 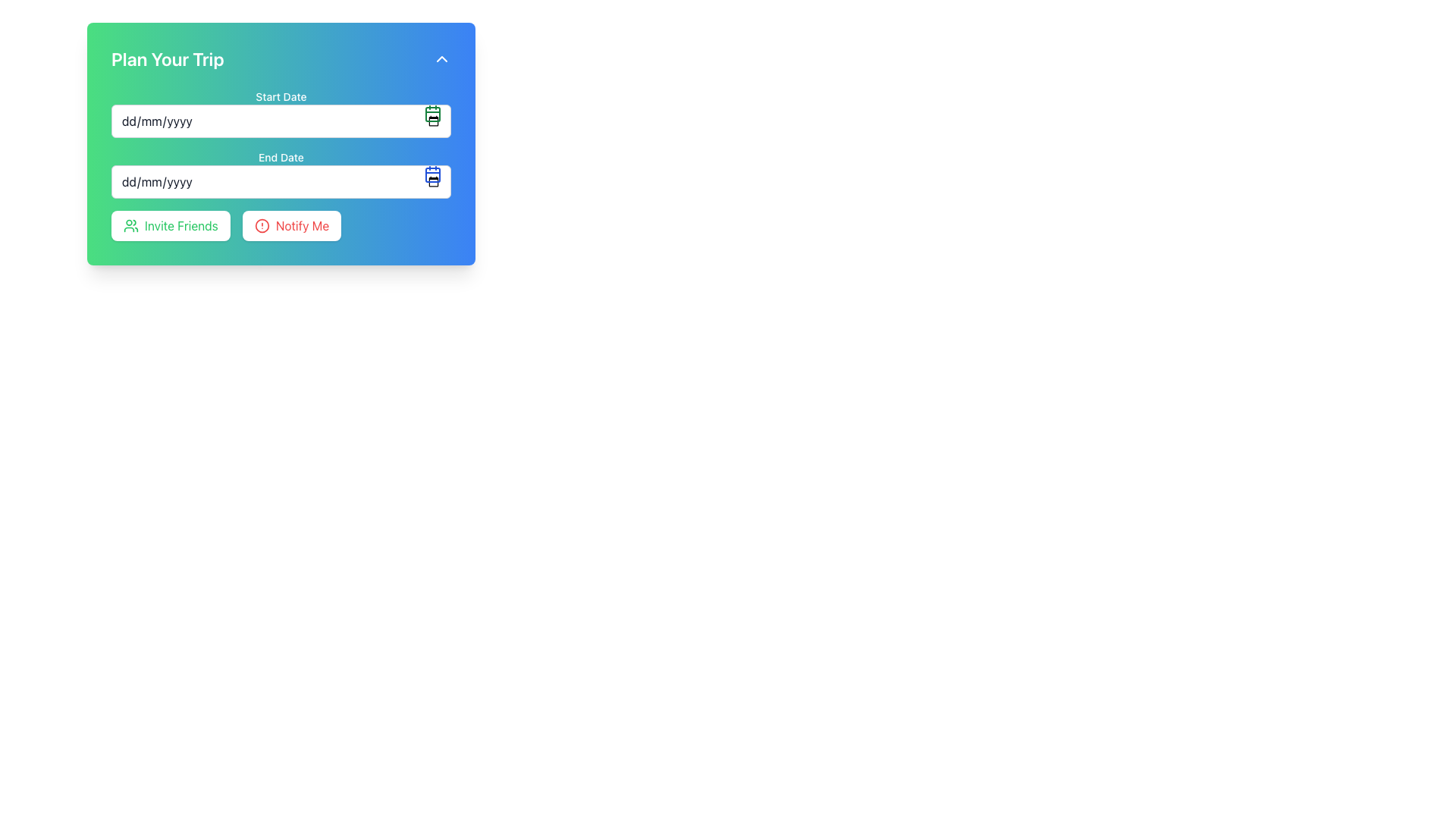 I want to click on the Text Label that indicates the start date input field, positioned above the date input field and to the left of the associated calendar icon, so click(x=281, y=96).